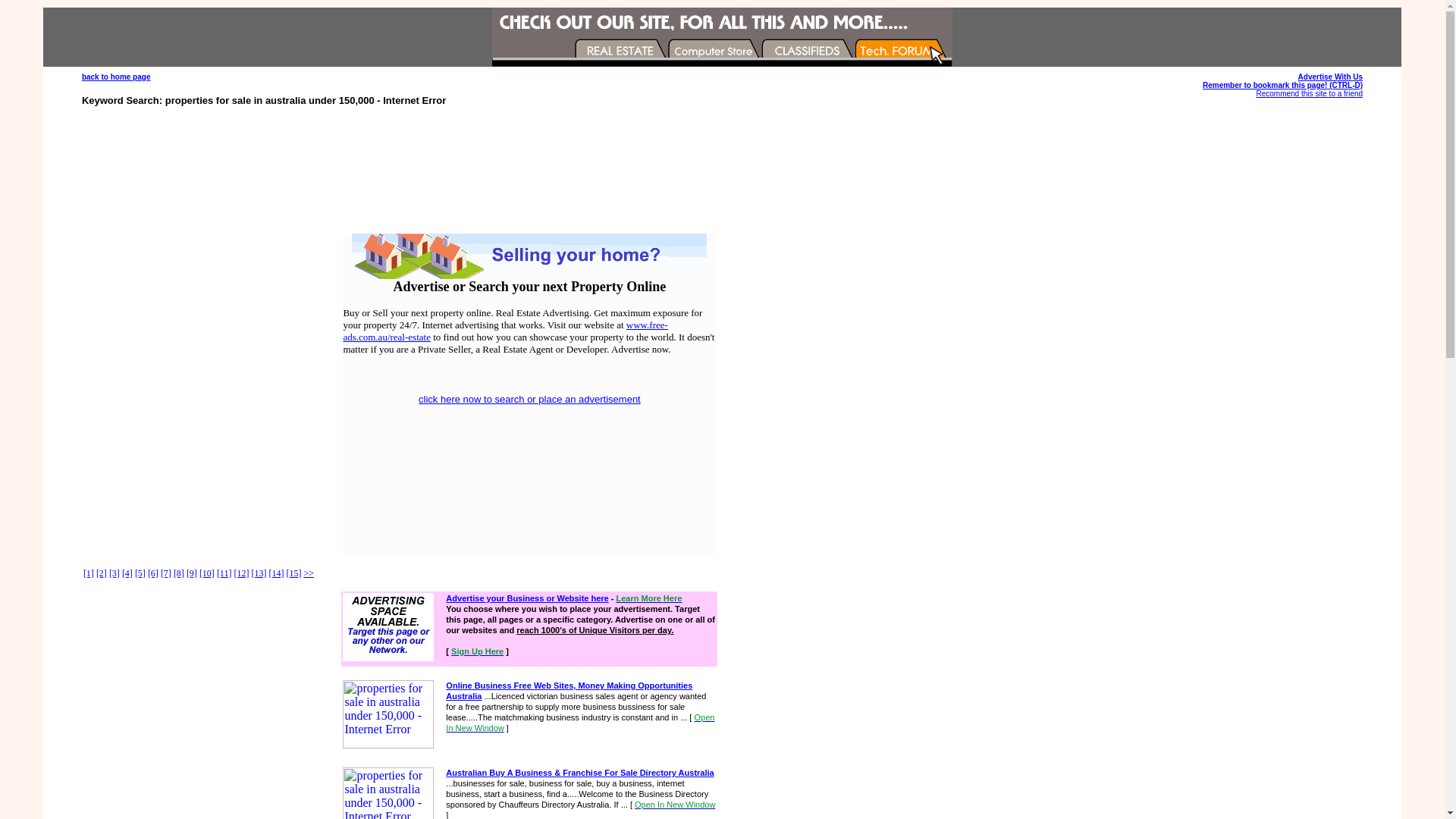  Describe the element at coordinates (148, 573) in the screenshot. I see `'[6]'` at that location.